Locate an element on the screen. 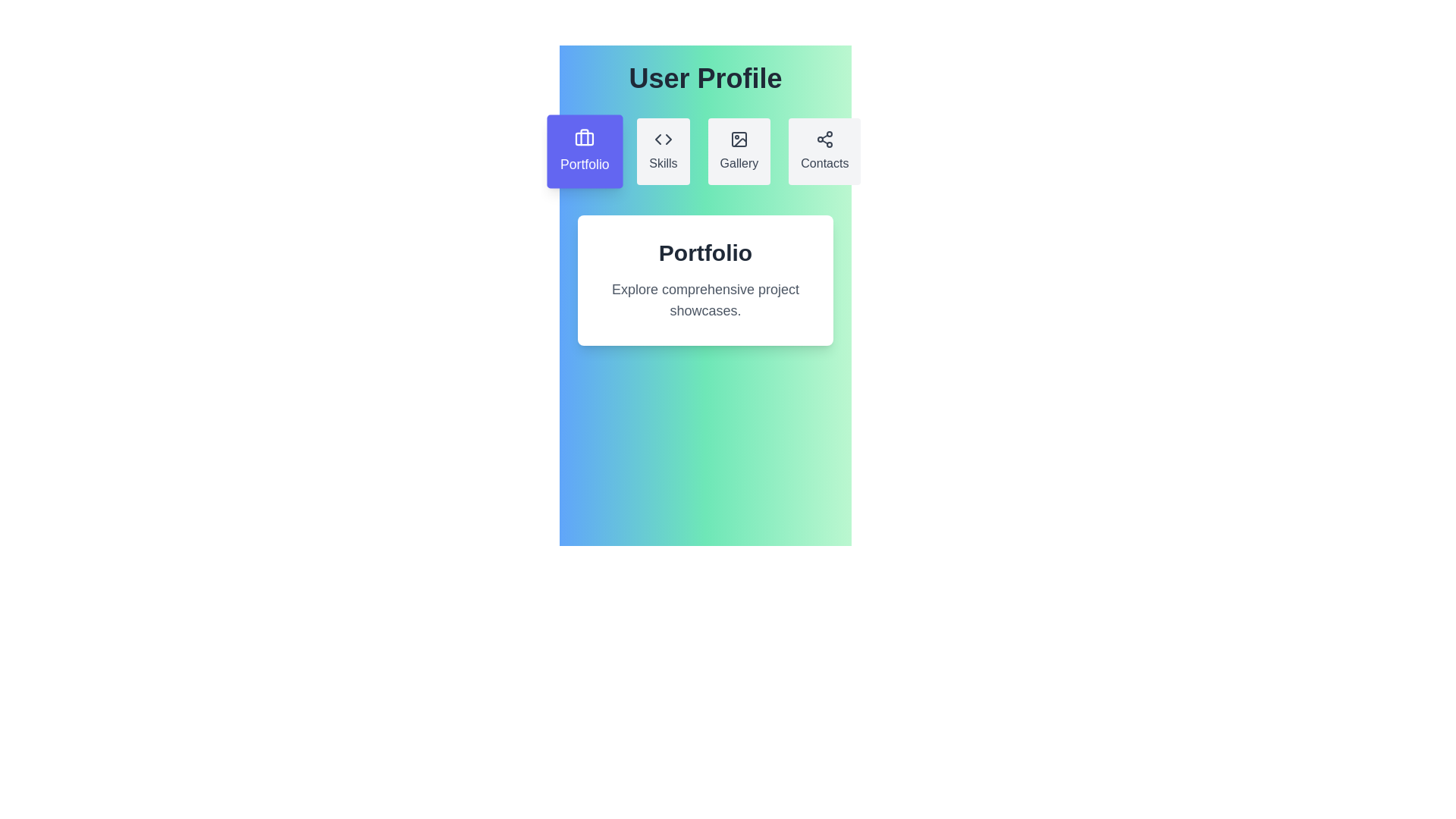 This screenshot has height=819, width=1456. the tab labeled Skills to see its hover effect is located at coordinates (663, 152).